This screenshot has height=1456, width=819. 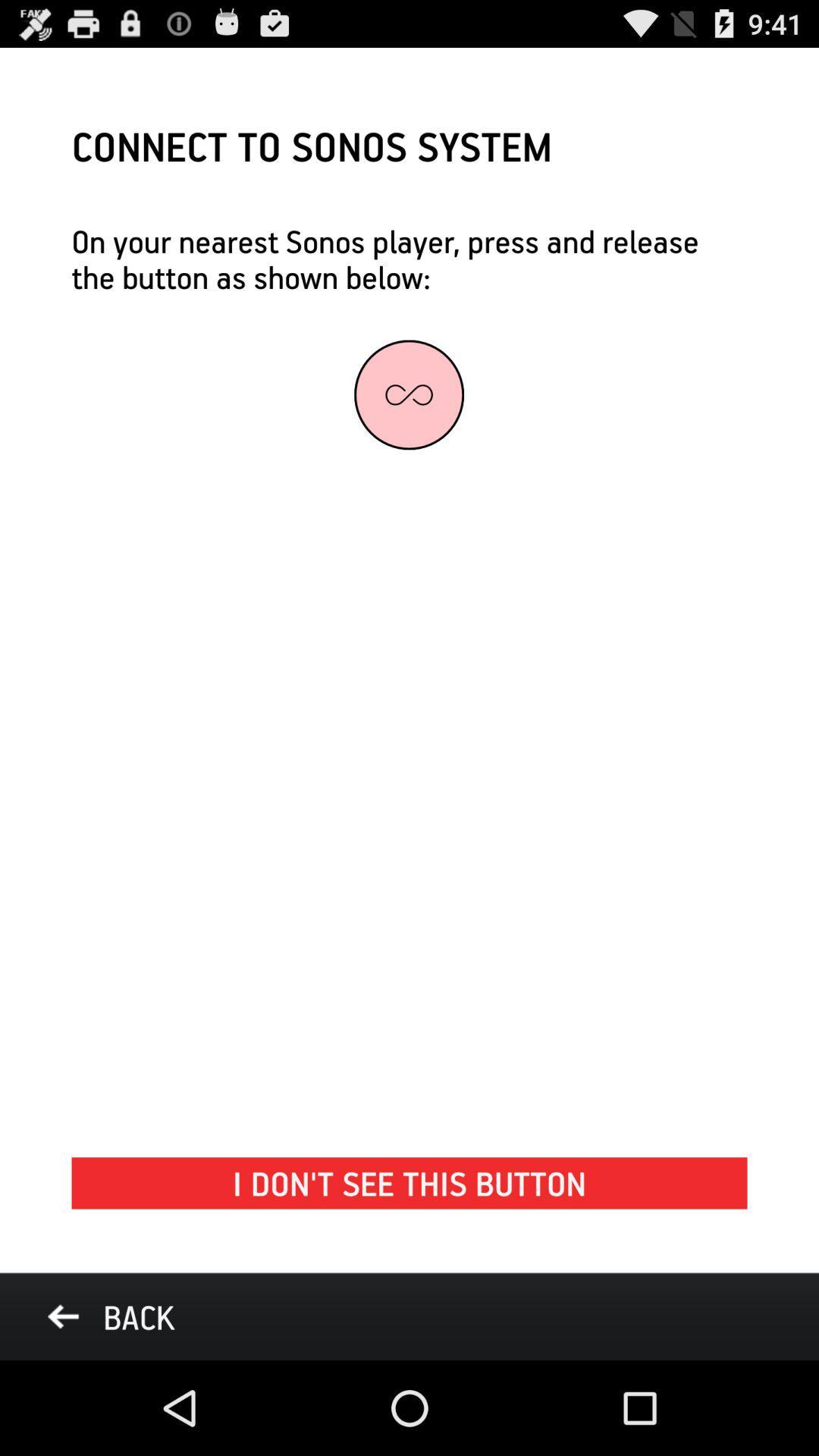 What do you see at coordinates (110, 1316) in the screenshot?
I see `the back at the bottom left corner` at bounding box center [110, 1316].